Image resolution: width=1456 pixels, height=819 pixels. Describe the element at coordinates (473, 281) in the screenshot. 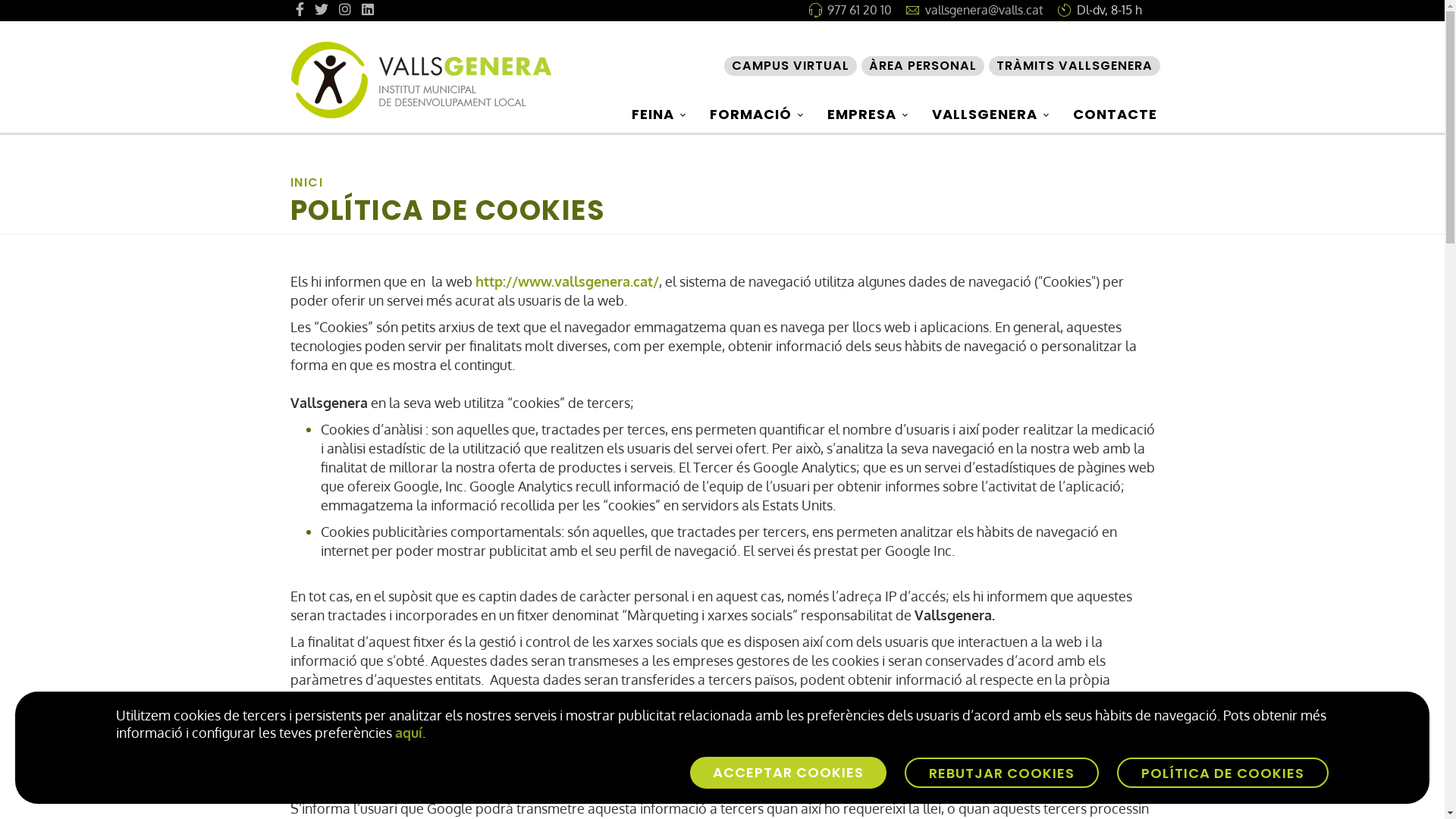

I see `'http://www.vallsgenera.cat/'` at that location.